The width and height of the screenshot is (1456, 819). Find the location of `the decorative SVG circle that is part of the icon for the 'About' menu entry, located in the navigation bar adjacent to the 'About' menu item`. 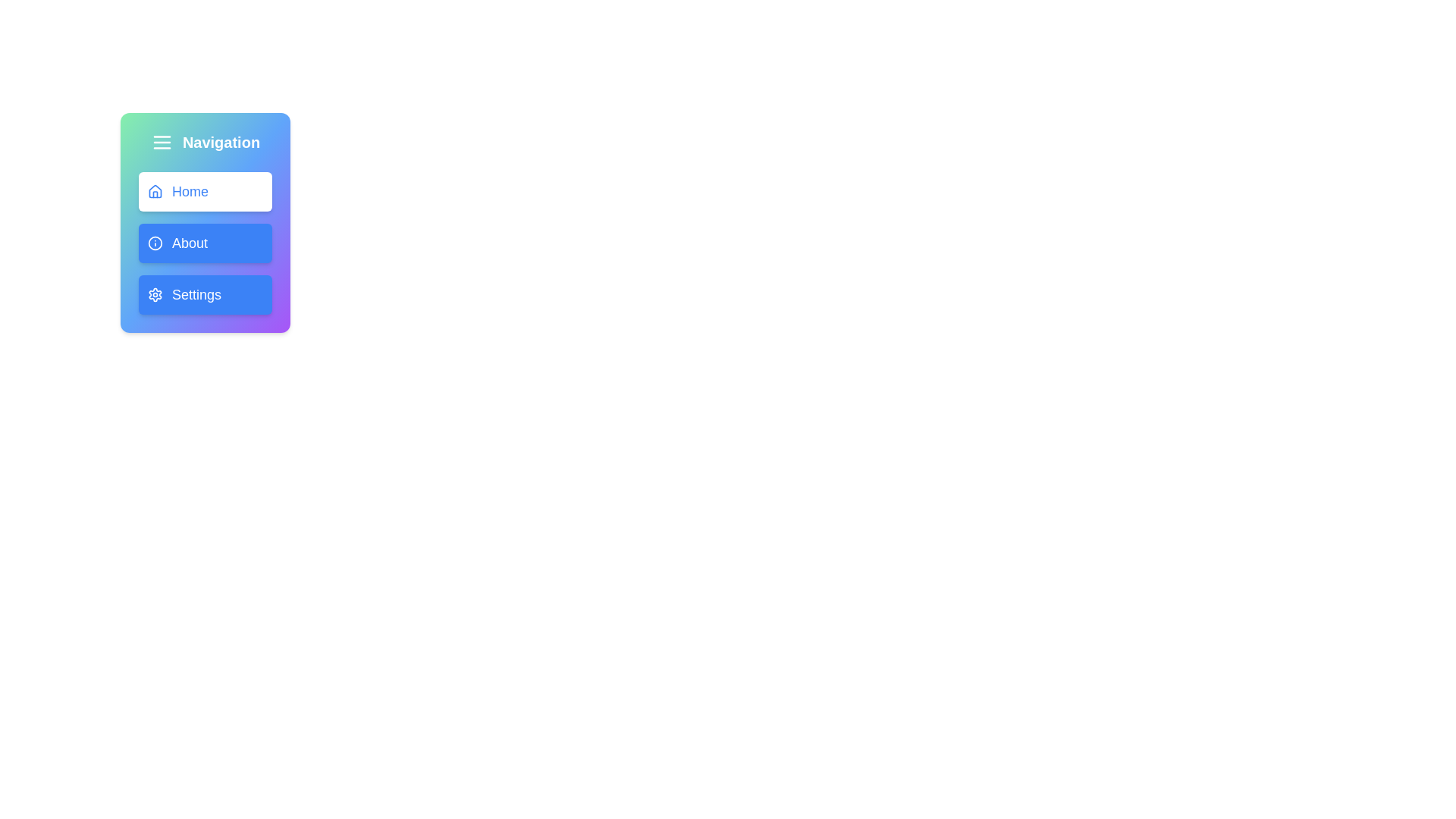

the decorative SVG circle that is part of the icon for the 'About' menu entry, located in the navigation bar adjacent to the 'About' menu item is located at coordinates (155, 242).